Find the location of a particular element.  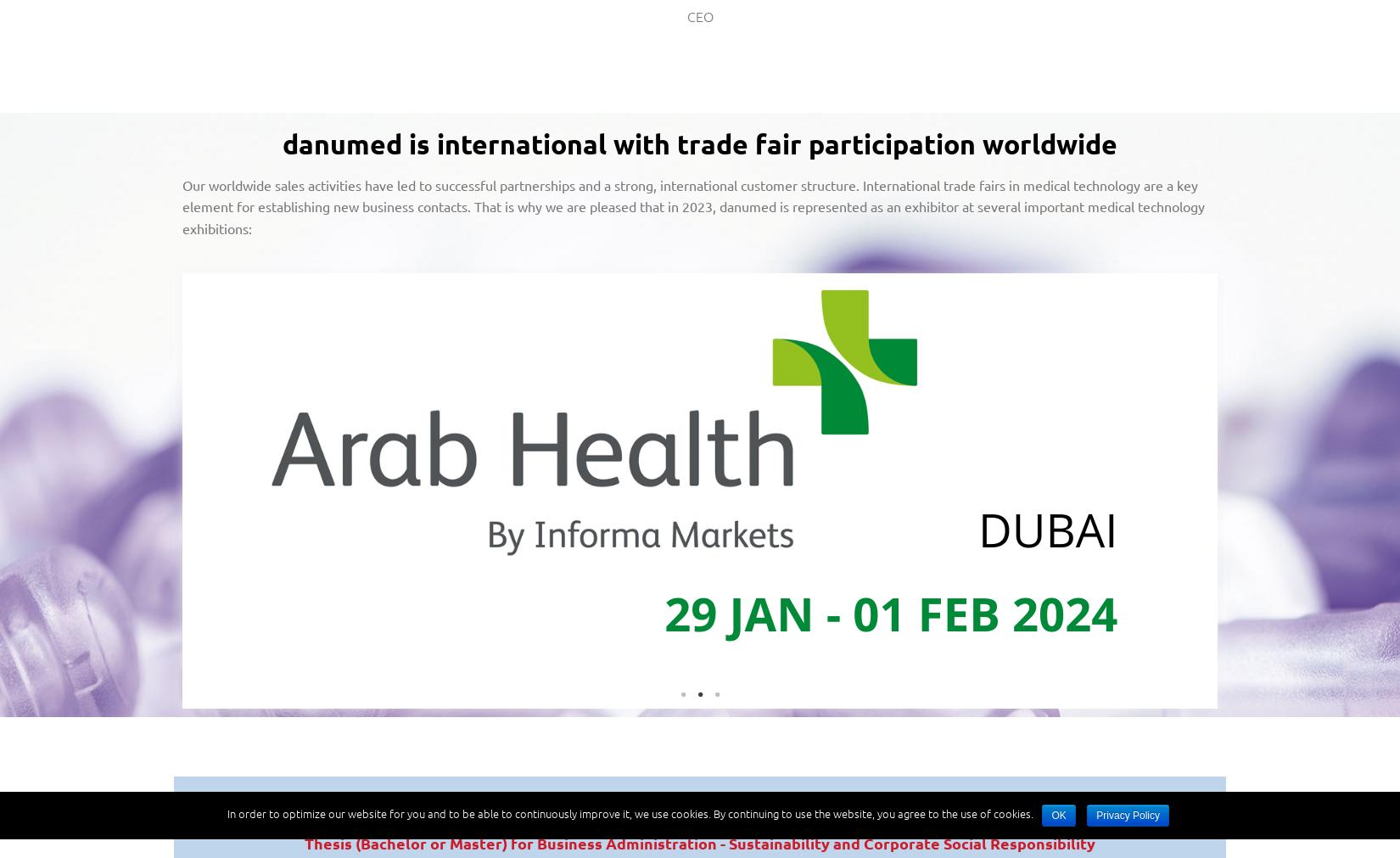

'OPEN VACANCIES' is located at coordinates (700, 801).